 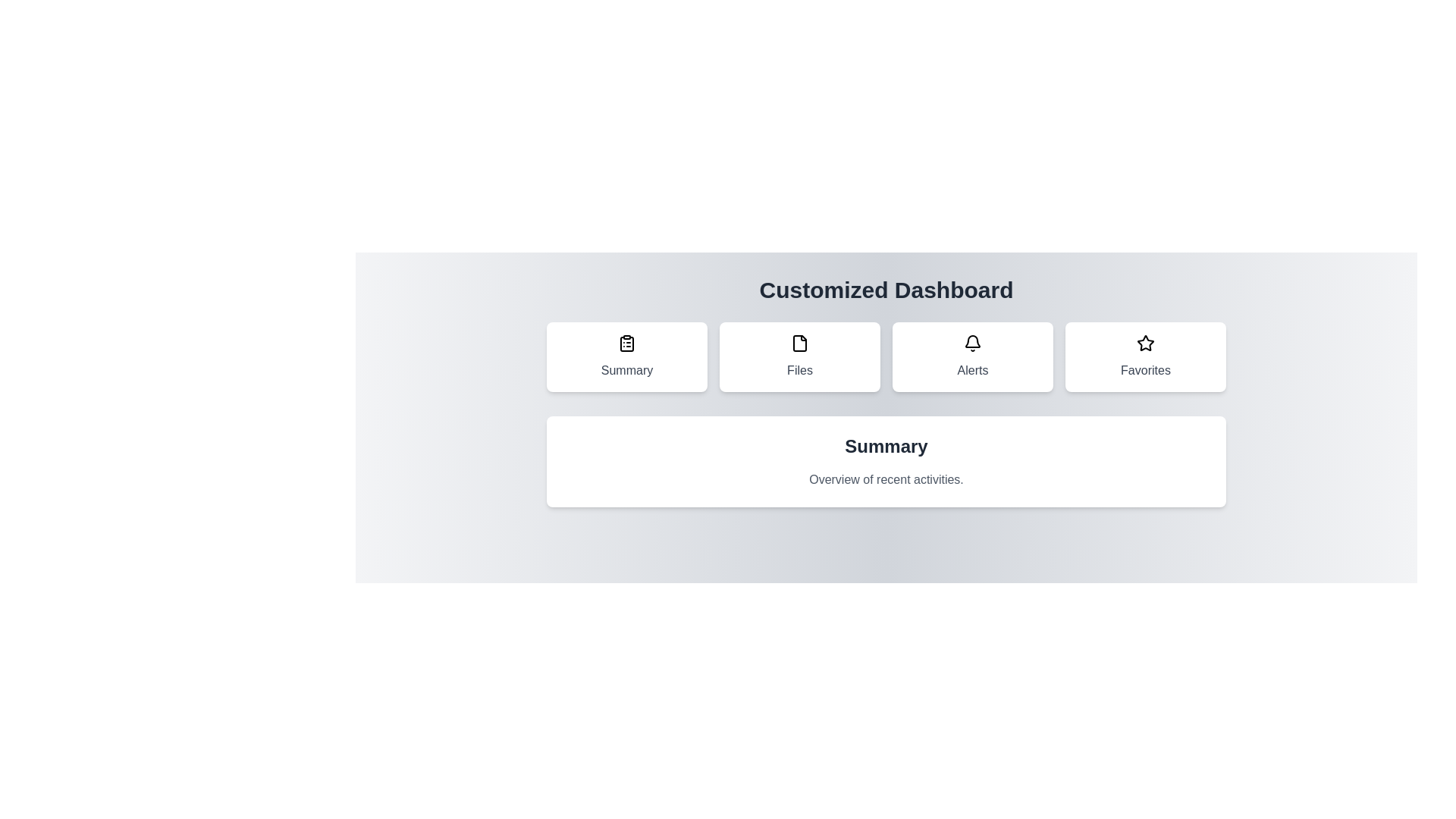 I want to click on the text label that indicates the purpose of the adjacent bell icon, which is part of an alert functionalities card located in the upper section of the view, so click(x=972, y=371).